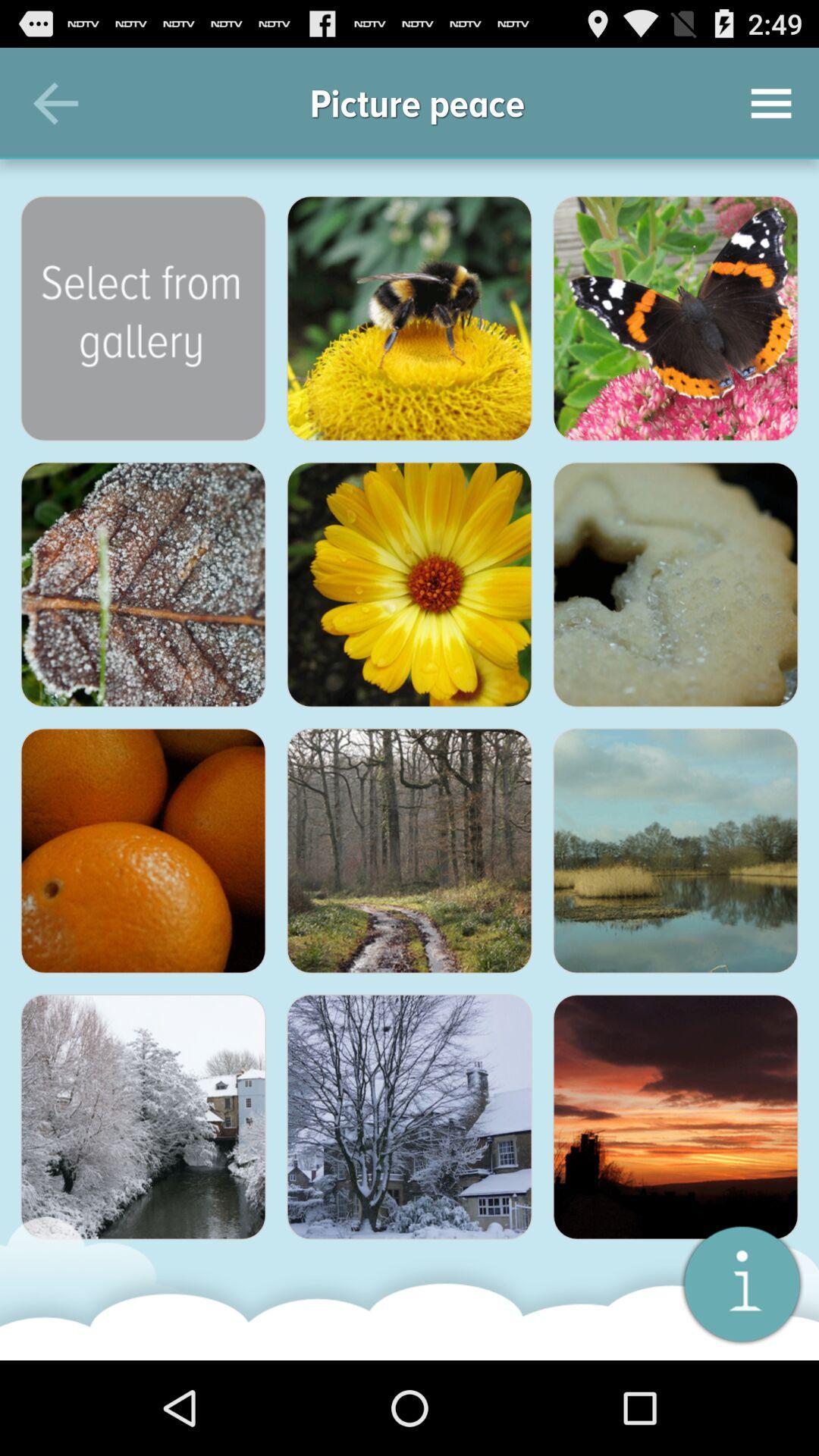 The height and width of the screenshot is (1456, 819). Describe the element at coordinates (409, 851) in the screenshot. I see `choose picture` at that location.